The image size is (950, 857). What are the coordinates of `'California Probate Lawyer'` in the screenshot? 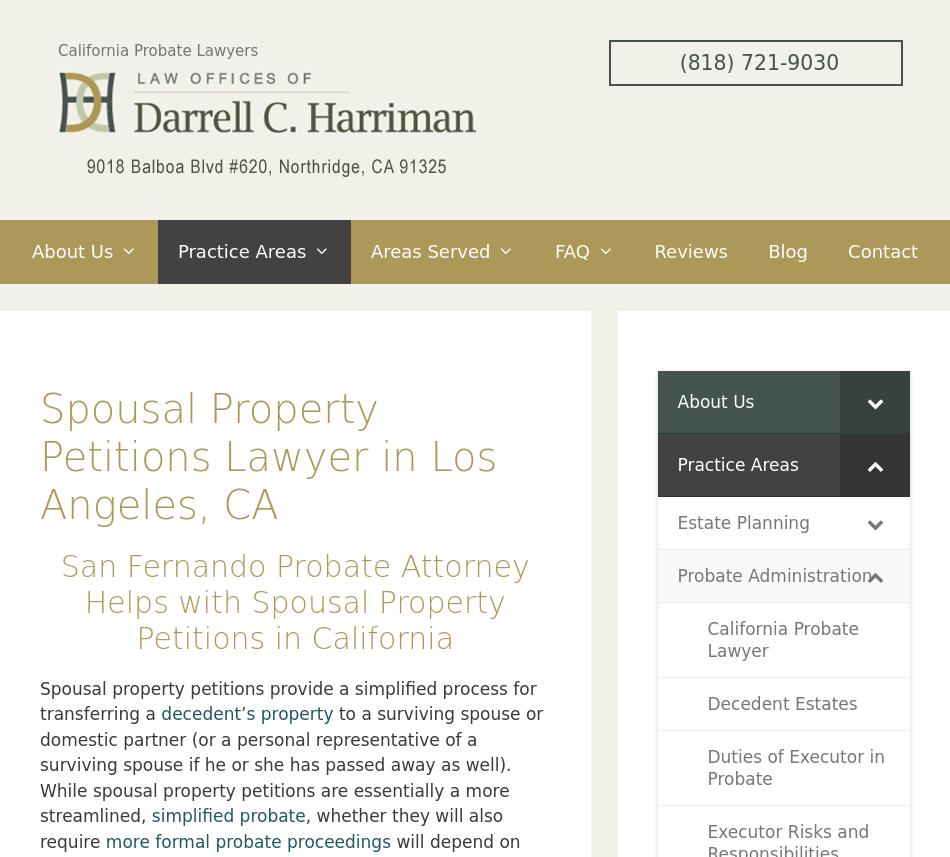 It's located at (781, 638).